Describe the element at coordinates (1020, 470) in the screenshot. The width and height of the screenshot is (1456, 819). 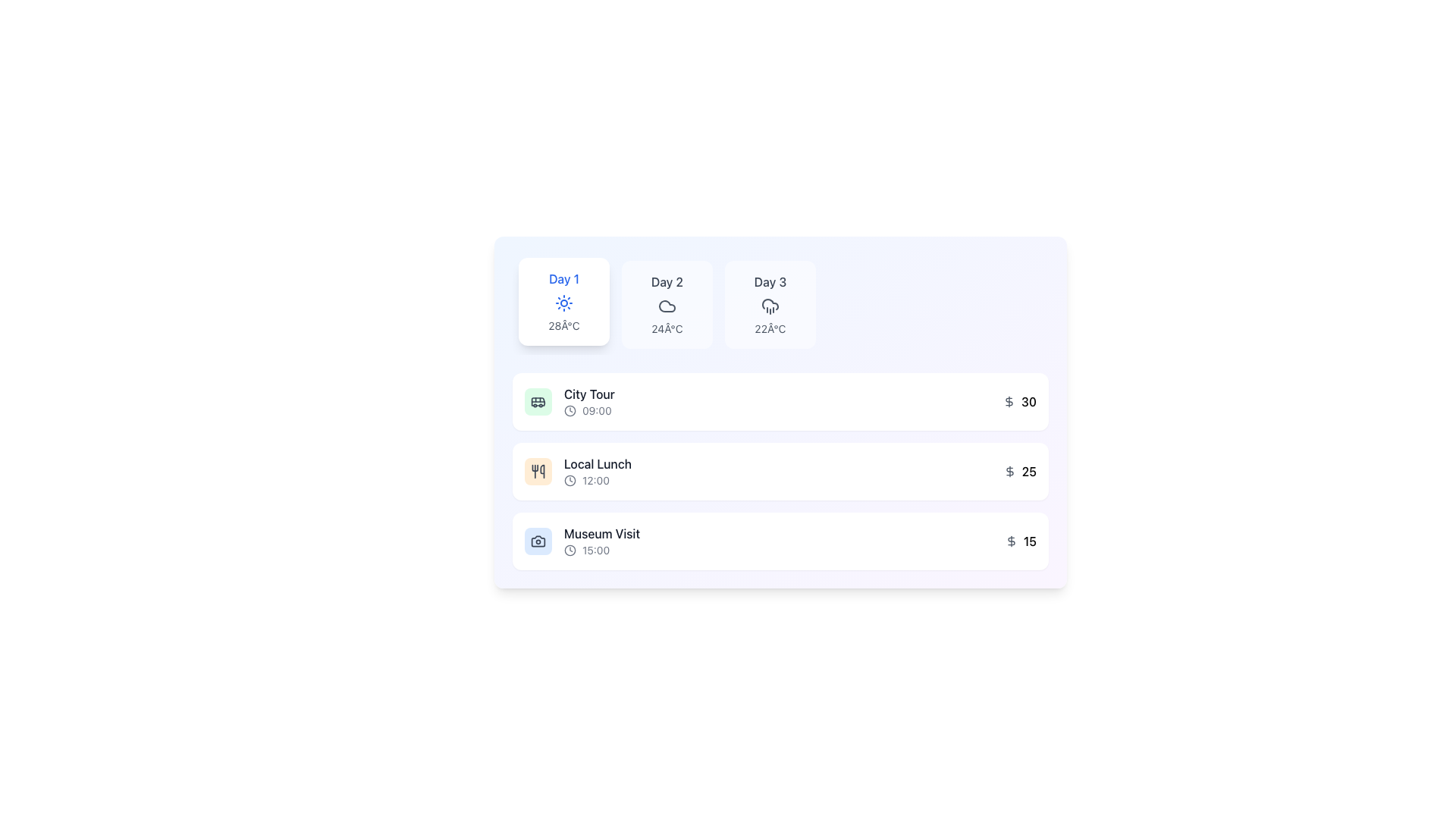
I see `the Text display element that shows the price indicator with a dollar sign and the number '25', which is located to the right of the 'Local Lunch' section` at that location.